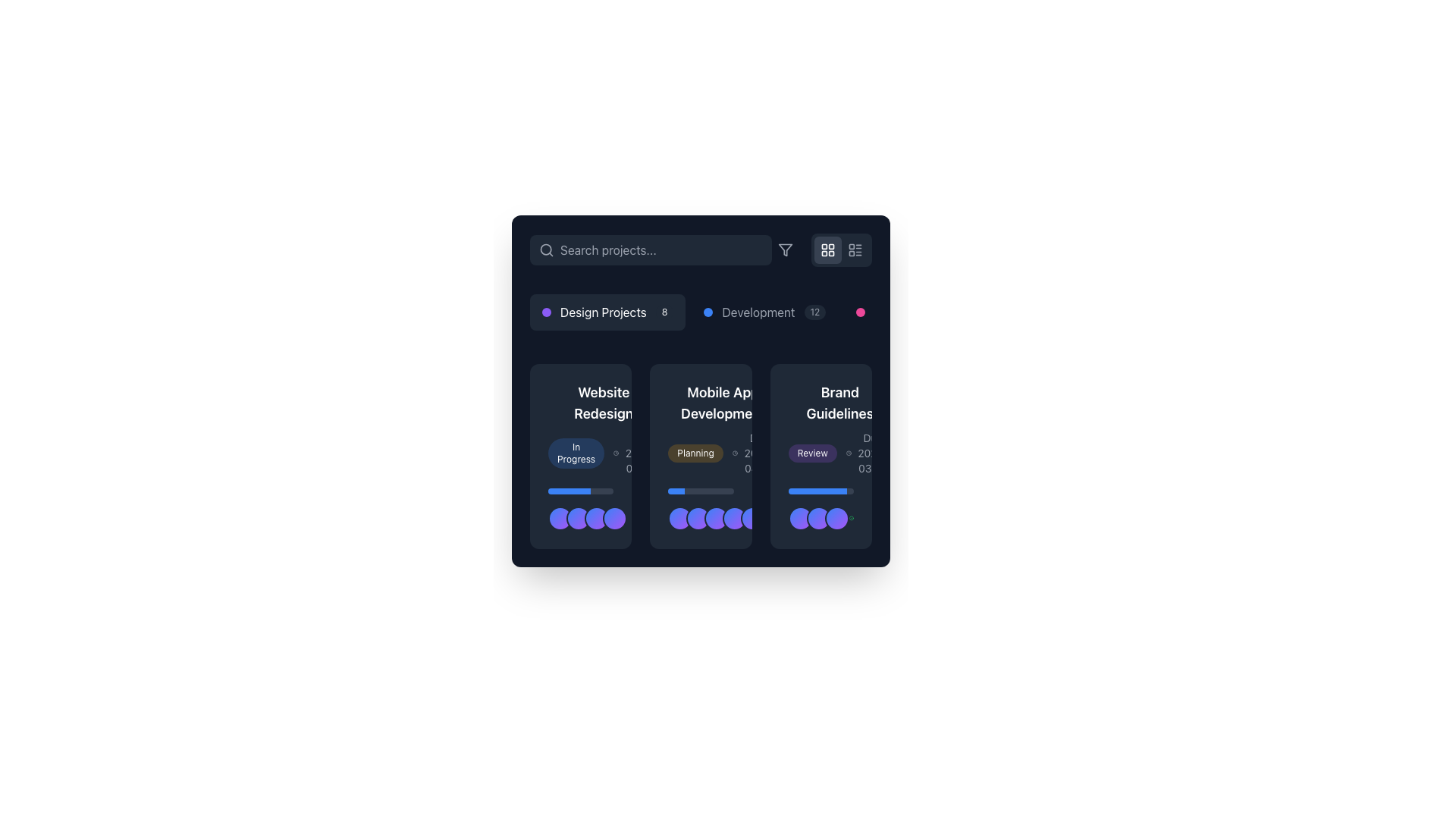 This screenshot has height=819, width=1456. Describe the element at coordinates (855, 249) in the screenshot. I see `the toggle view layout button located in the top-right corner of the interface, which is the second icon in a side-by-side arrangement of two buttons` at that location.